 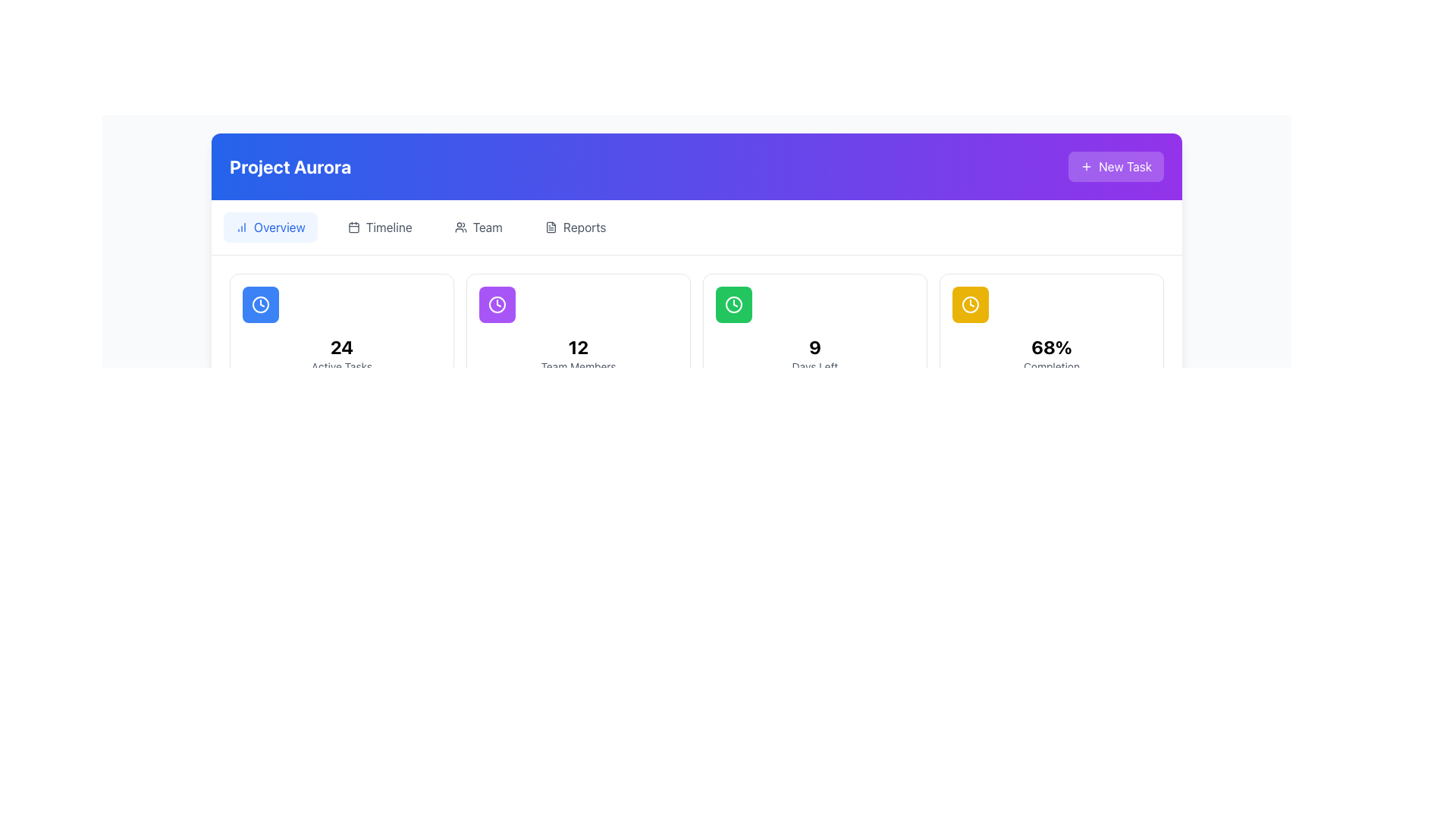 I want to click on the text 'Team' in the upper menu bar, so click(x=488, y=227).